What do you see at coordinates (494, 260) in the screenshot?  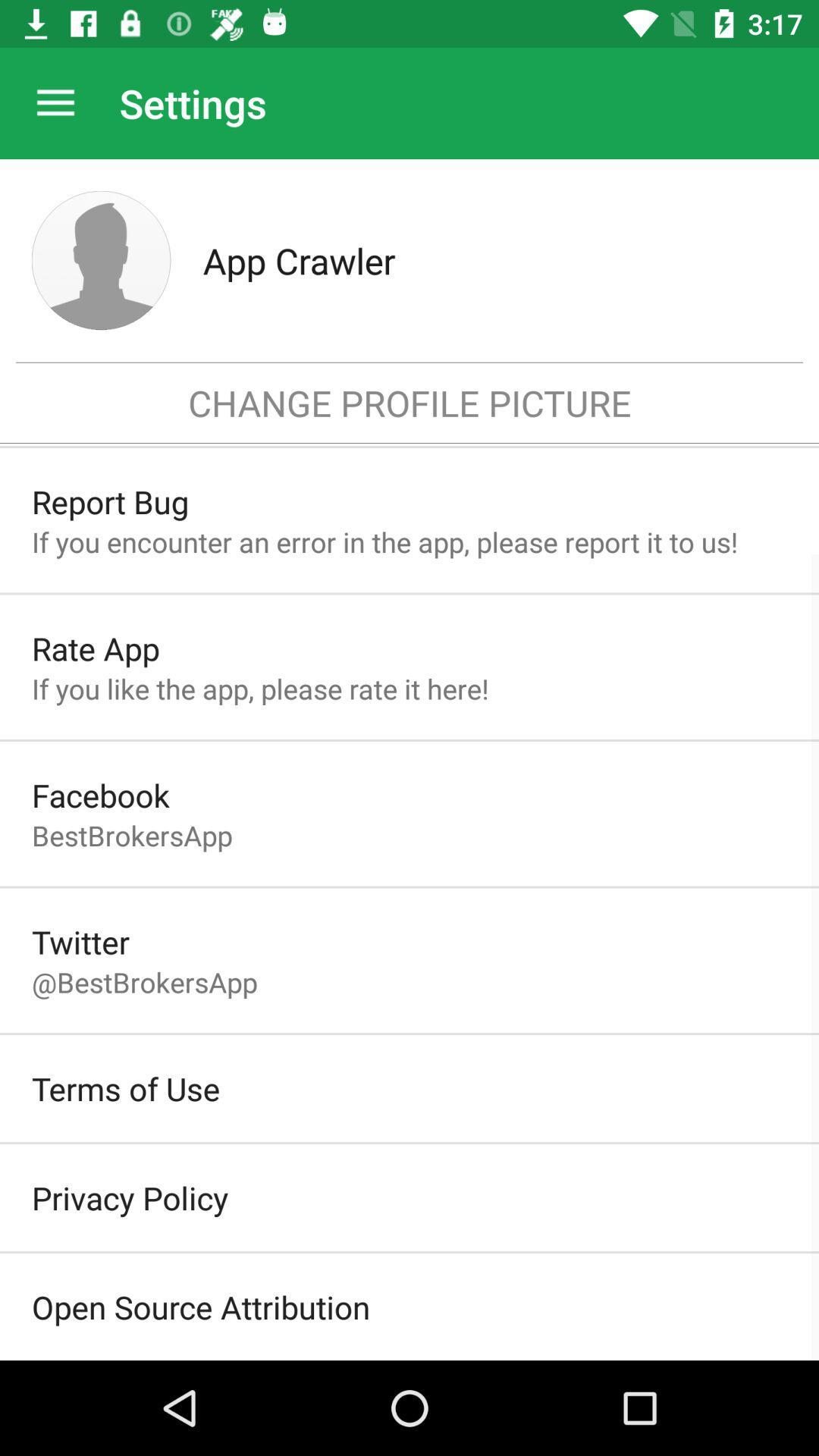 I see `the app crawler icon` at bounding box center [494, 260].